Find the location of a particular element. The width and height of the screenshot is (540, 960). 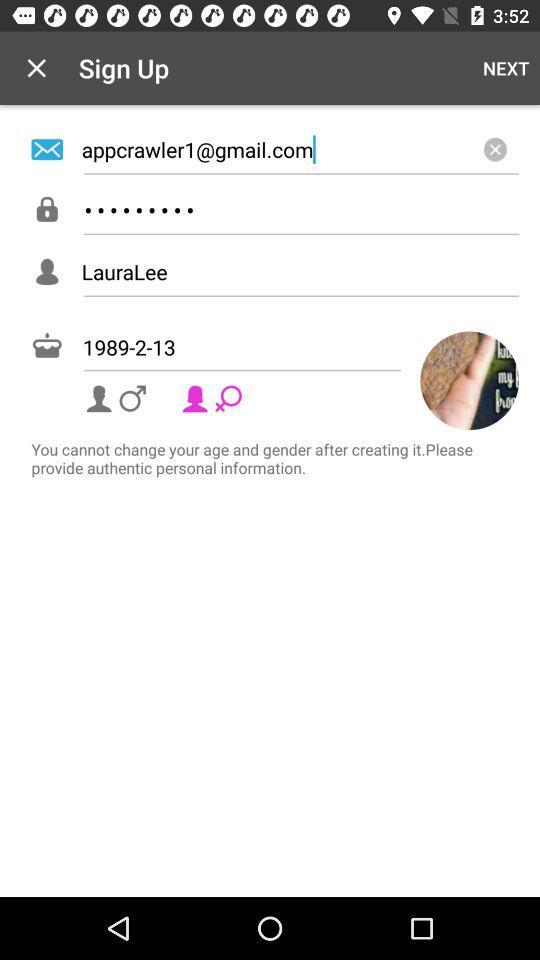

appcrawler1@gmail.com icon is located at coordinates (299, 148).